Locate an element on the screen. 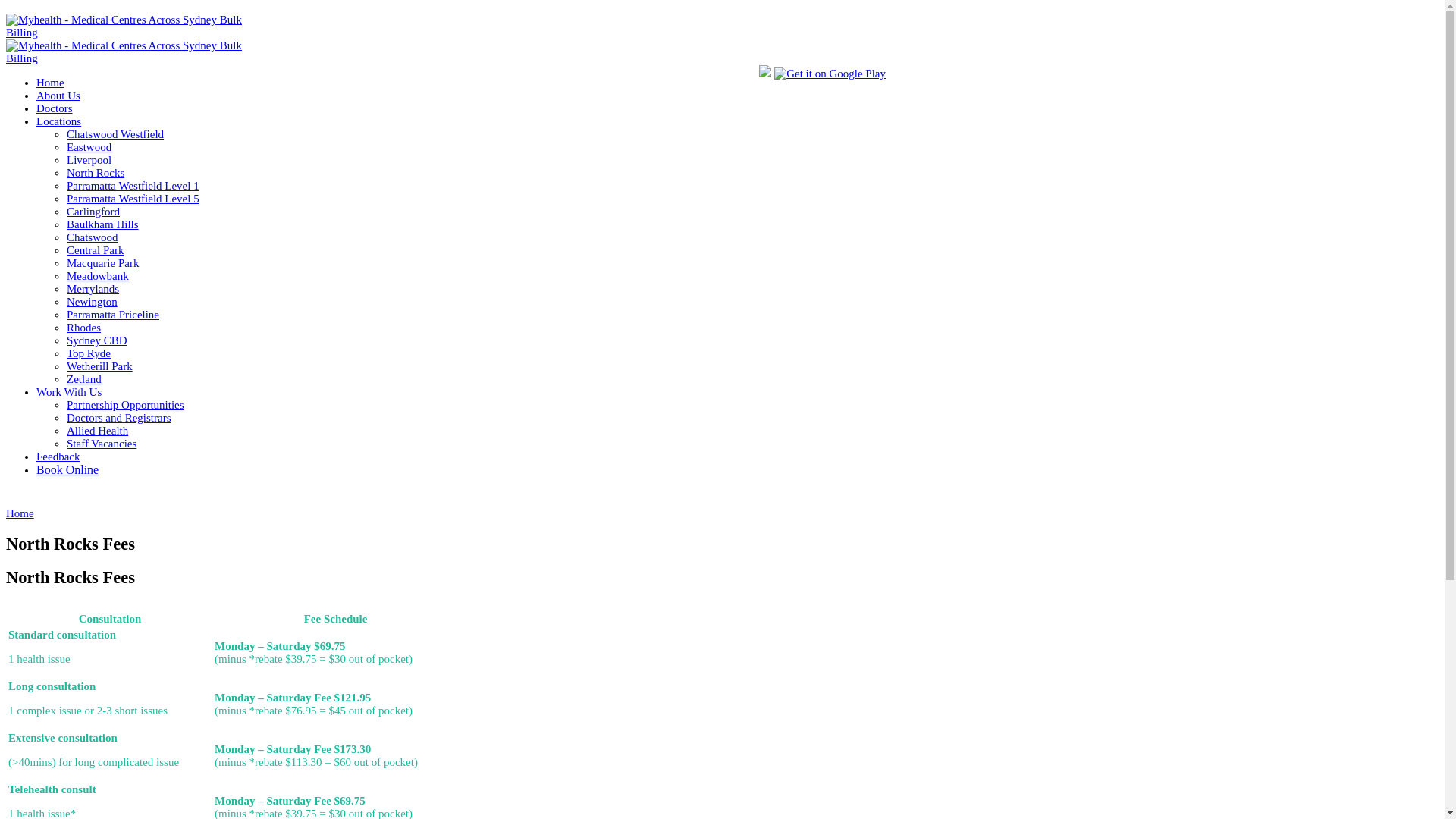  'Doctors' is located at coordinates (55, 107).